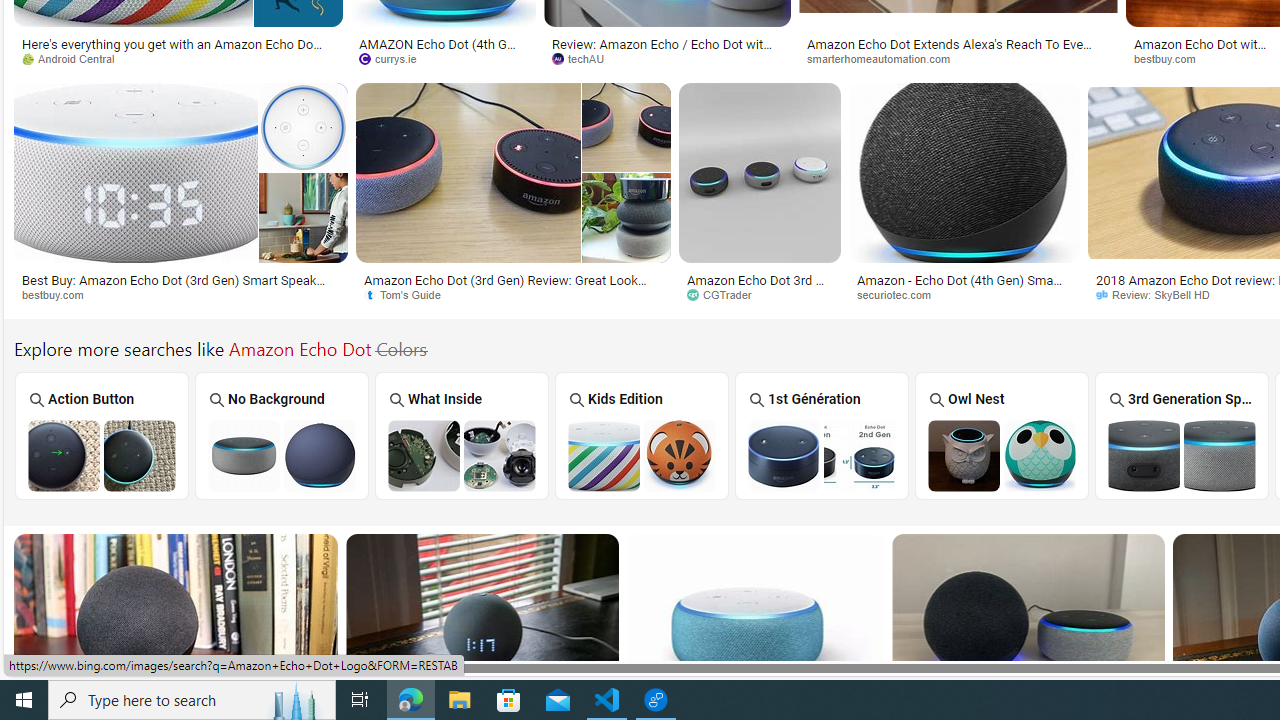 This screenshot has width=1280, height=720. I want to click on 'Review: SkyBell HD', so click(1159, 294).